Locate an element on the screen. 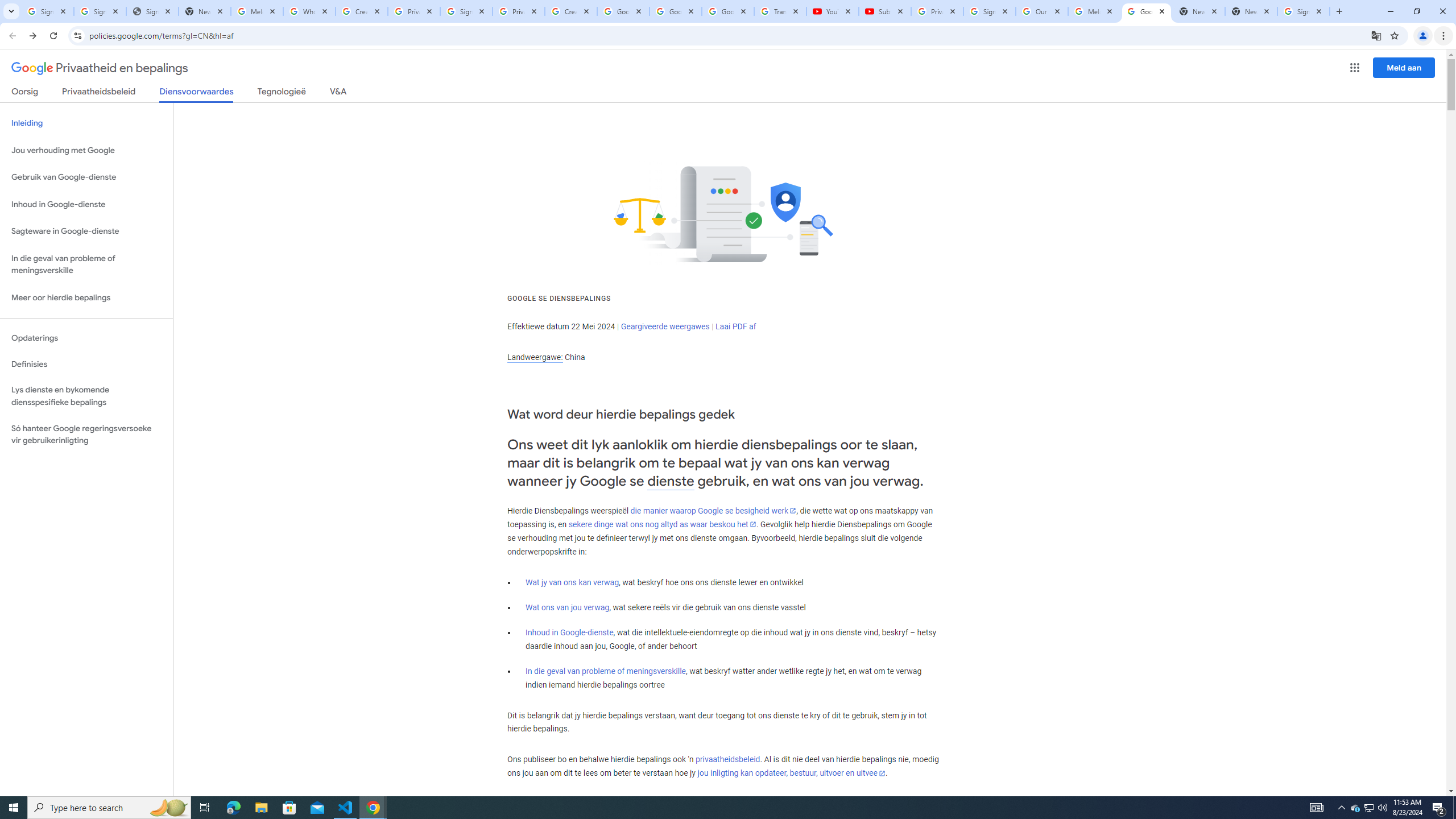  'Lys dienste en bykomende diensspesifieke bepalings' is located at coordinates (86, 396).